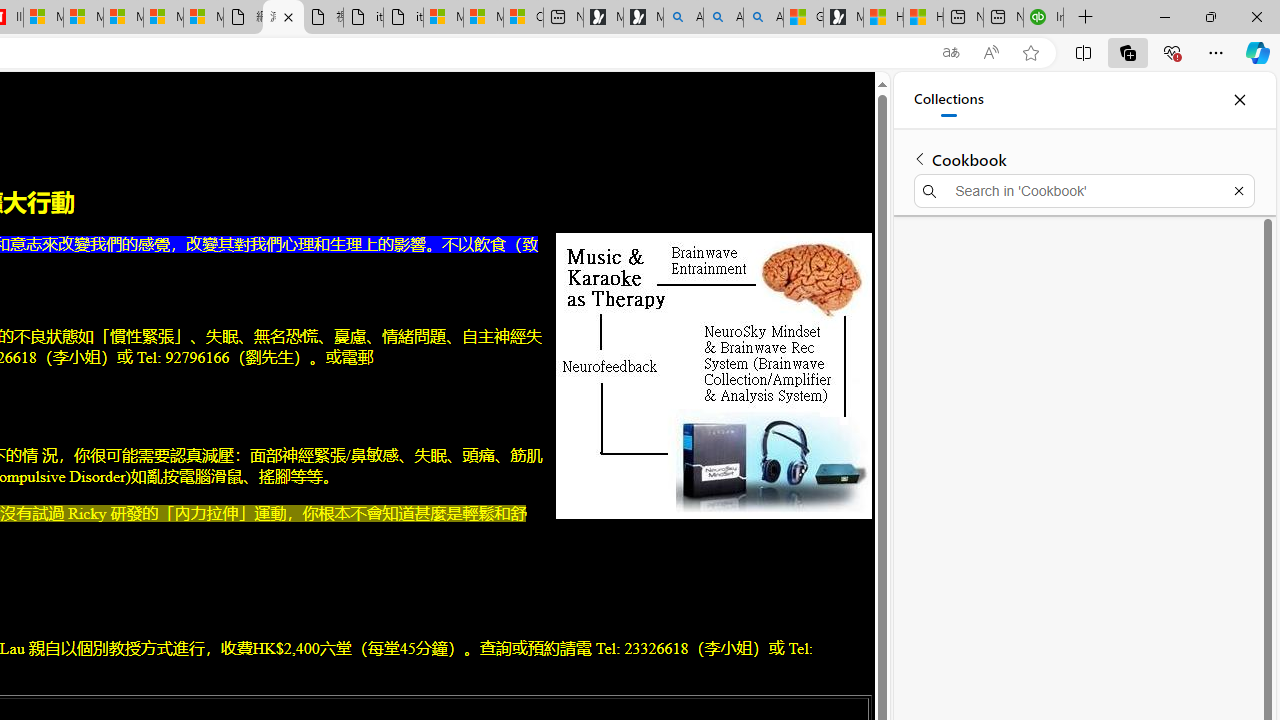  I want to click on 'Copilot (Ctrl+Shift+.)', so click(1257, 51).